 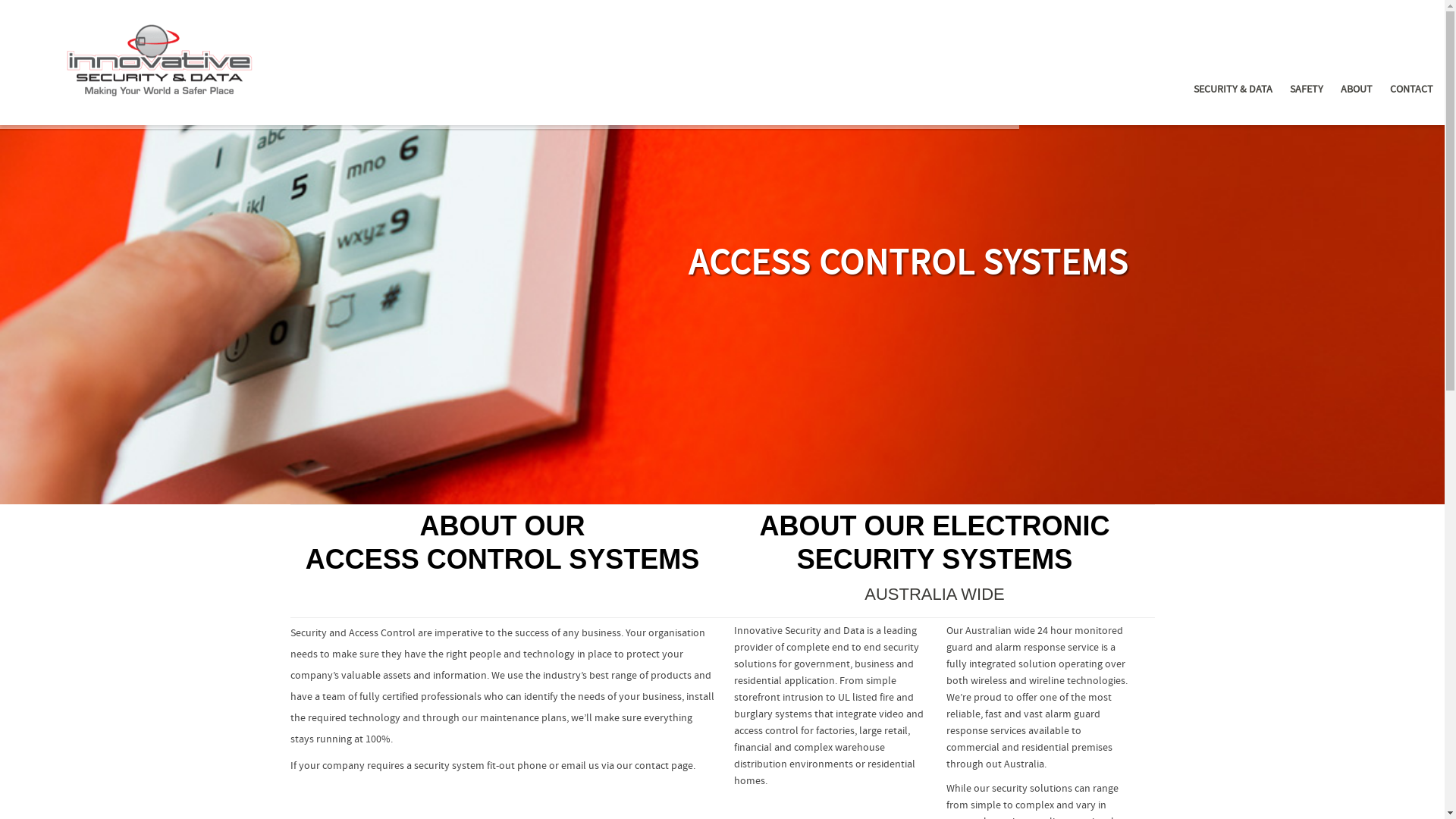 I want to click on 'CONTACT', so click(x=1410, y=90).